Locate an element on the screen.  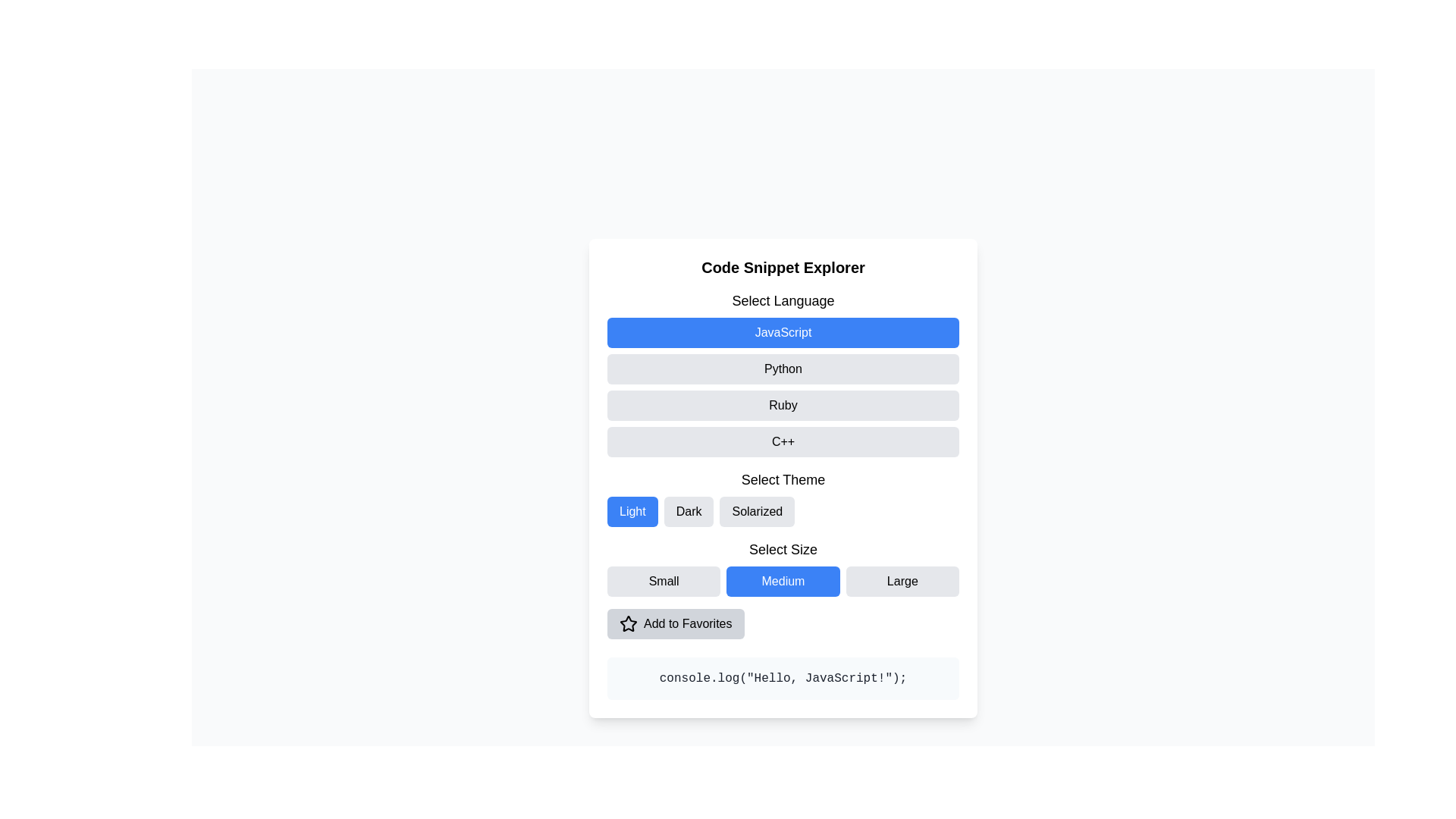
the 'Medium' size selection button, which is the second button in a horizontal row of size options labeled 'Select Size' is located at coordinates (783, 581).